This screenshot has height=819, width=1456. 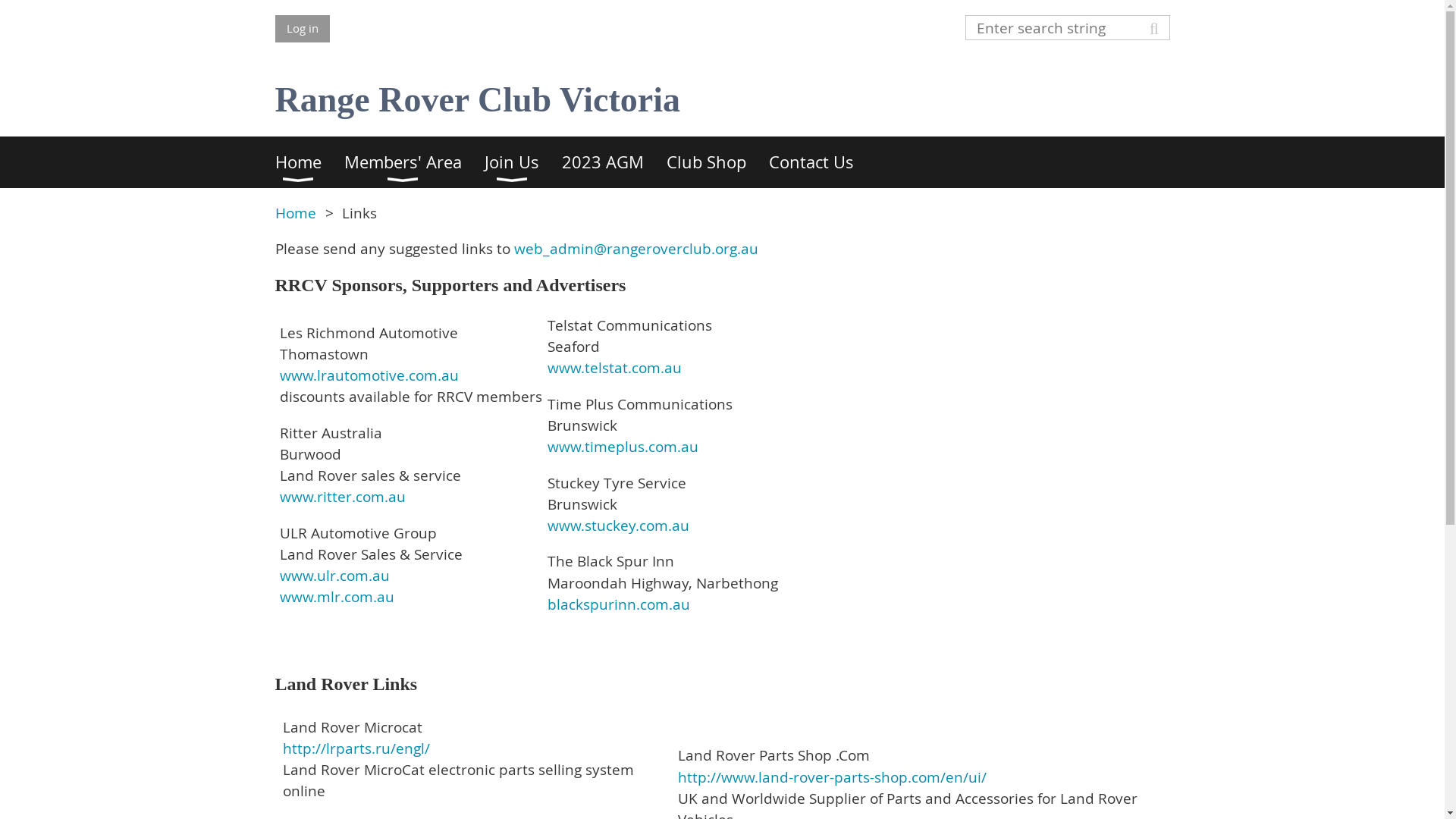 What do you see at coordinates (355, 748) in the screenshot?
I see `'http://lrparts.ru/engl/'` at bounding box center [355, 748].